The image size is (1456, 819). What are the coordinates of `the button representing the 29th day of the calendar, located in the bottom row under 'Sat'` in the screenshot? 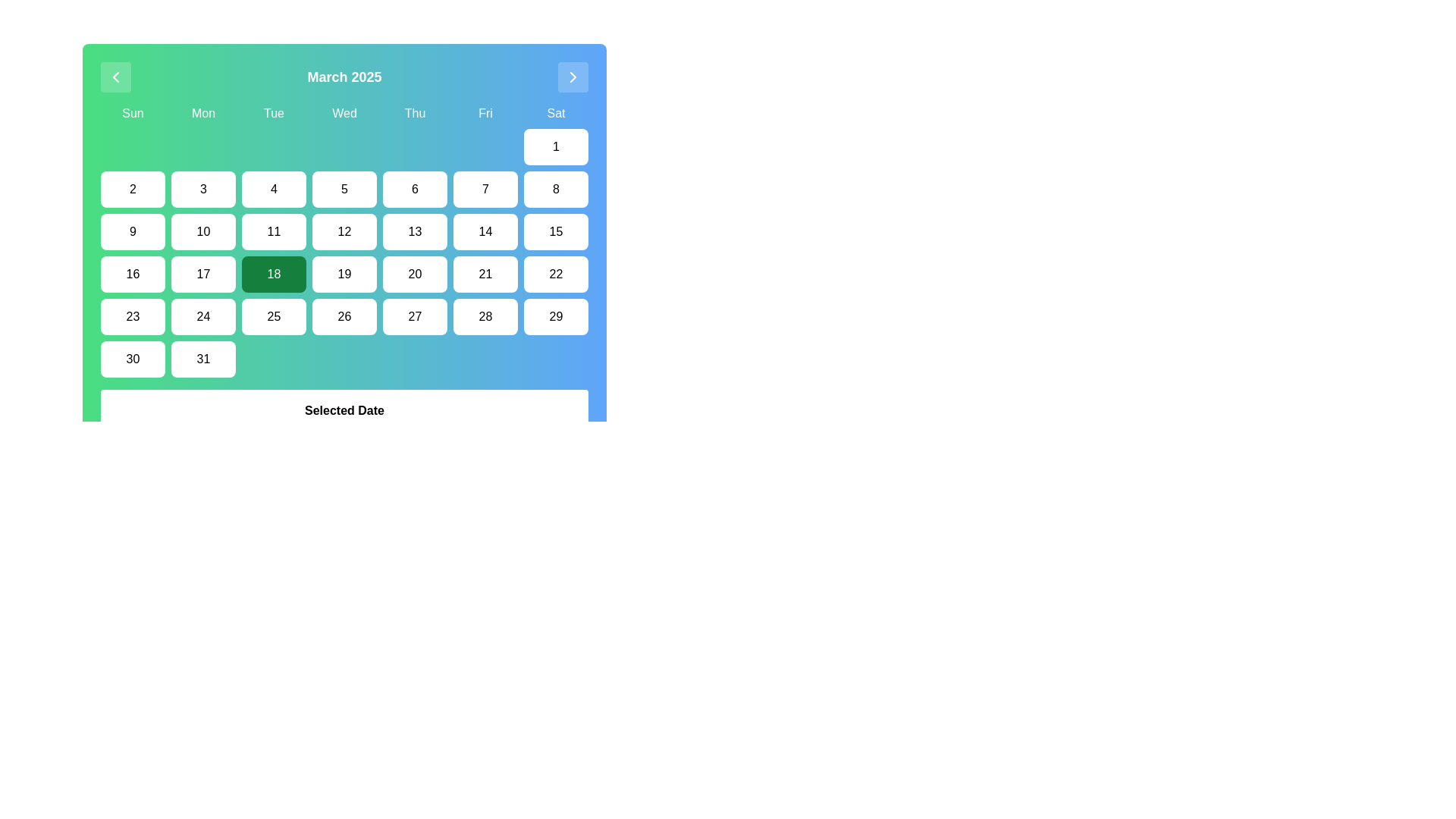 It's located at (555, 315).